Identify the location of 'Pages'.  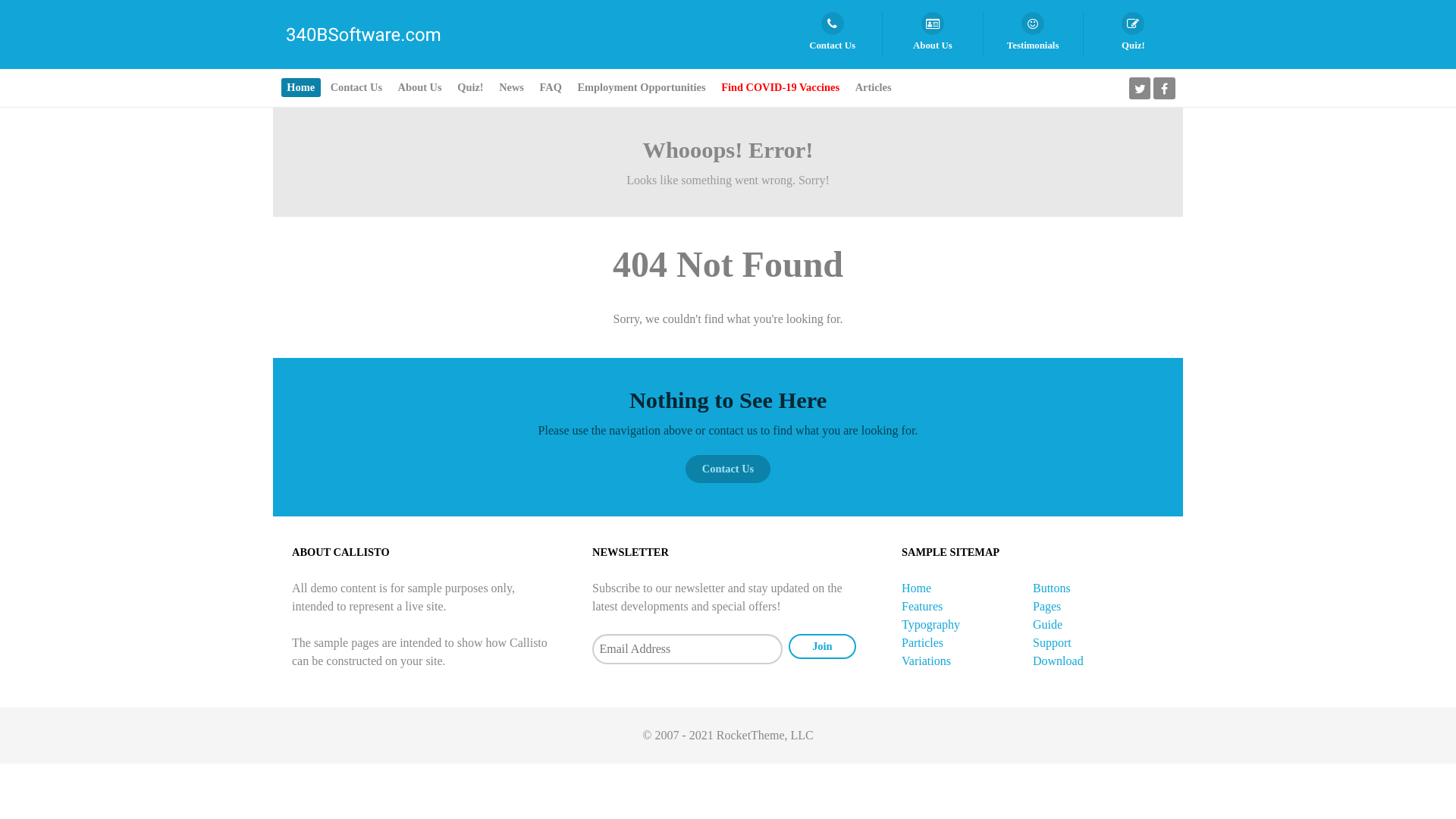
(1046, 605).